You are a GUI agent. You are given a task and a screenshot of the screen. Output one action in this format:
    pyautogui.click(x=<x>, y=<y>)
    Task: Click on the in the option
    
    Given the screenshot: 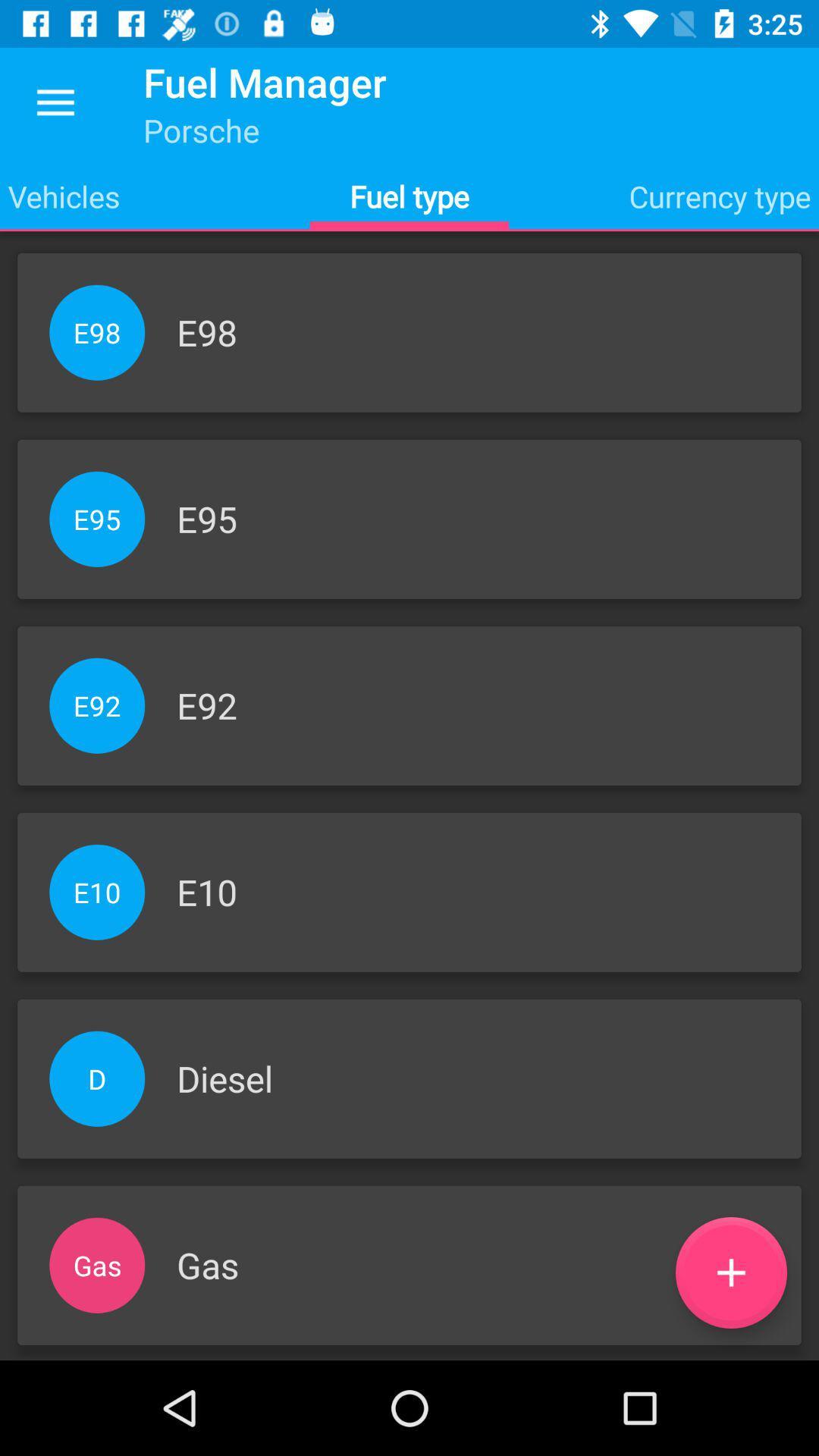 What is the action you would take?
    pyautogui.click(x=730, y=1272)
    